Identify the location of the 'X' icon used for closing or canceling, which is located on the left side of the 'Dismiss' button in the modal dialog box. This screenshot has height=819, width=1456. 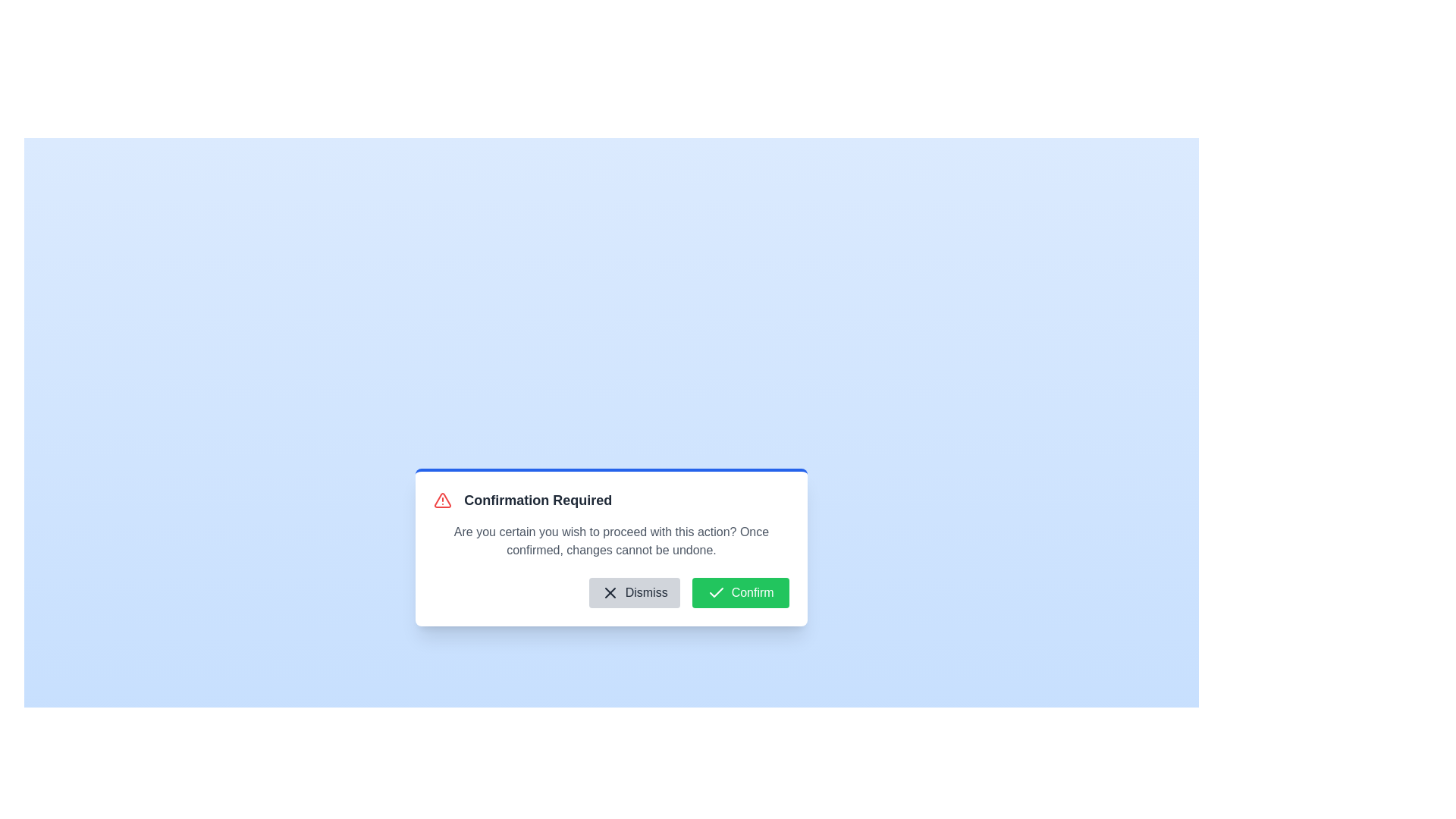
(610, 592).